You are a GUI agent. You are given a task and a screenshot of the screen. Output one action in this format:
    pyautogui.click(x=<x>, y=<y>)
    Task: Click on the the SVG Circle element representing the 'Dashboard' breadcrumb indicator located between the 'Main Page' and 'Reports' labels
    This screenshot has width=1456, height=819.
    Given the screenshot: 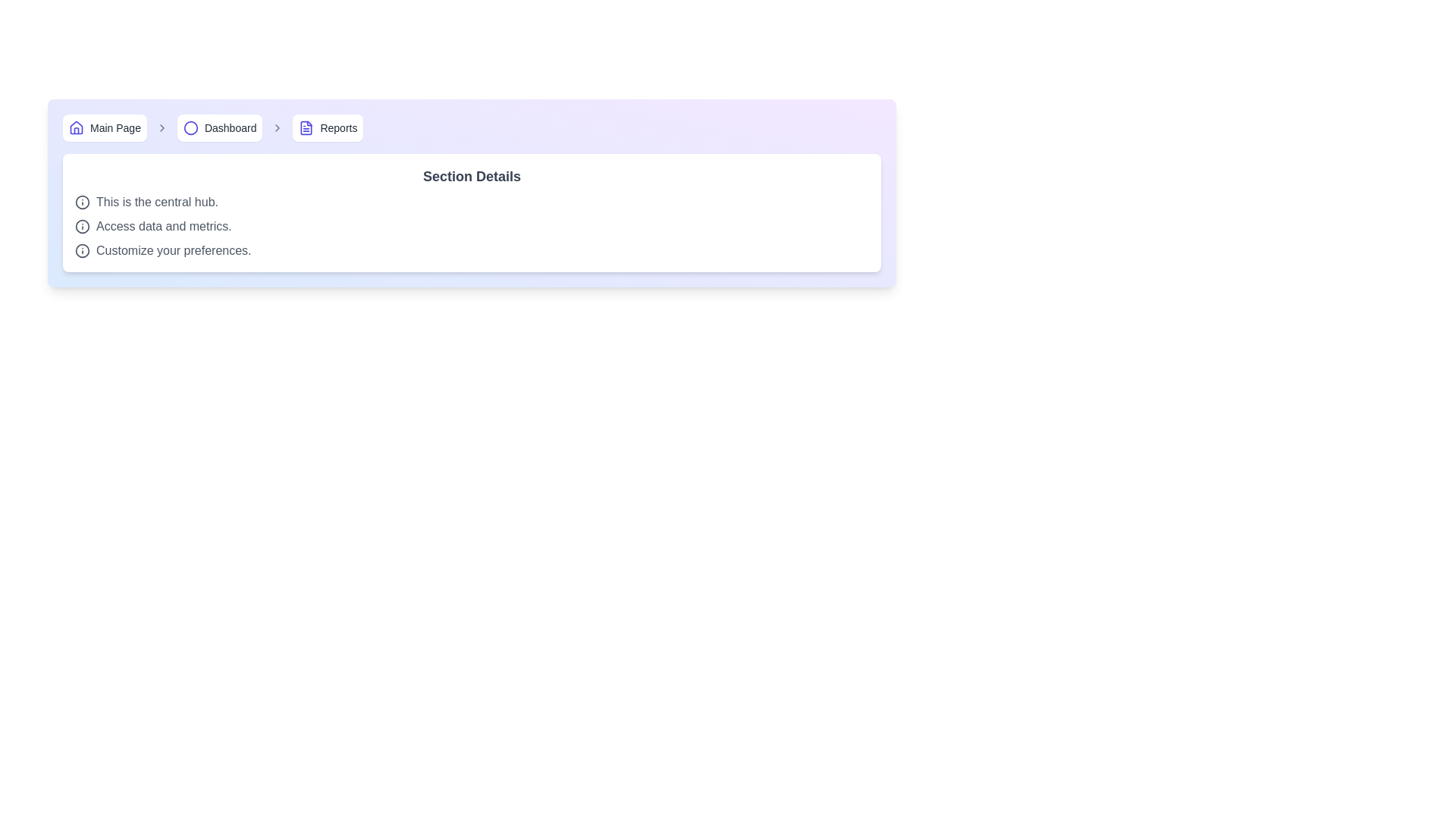 What is the action you would take?
    pyautogui.click(x=190, y=127)
    